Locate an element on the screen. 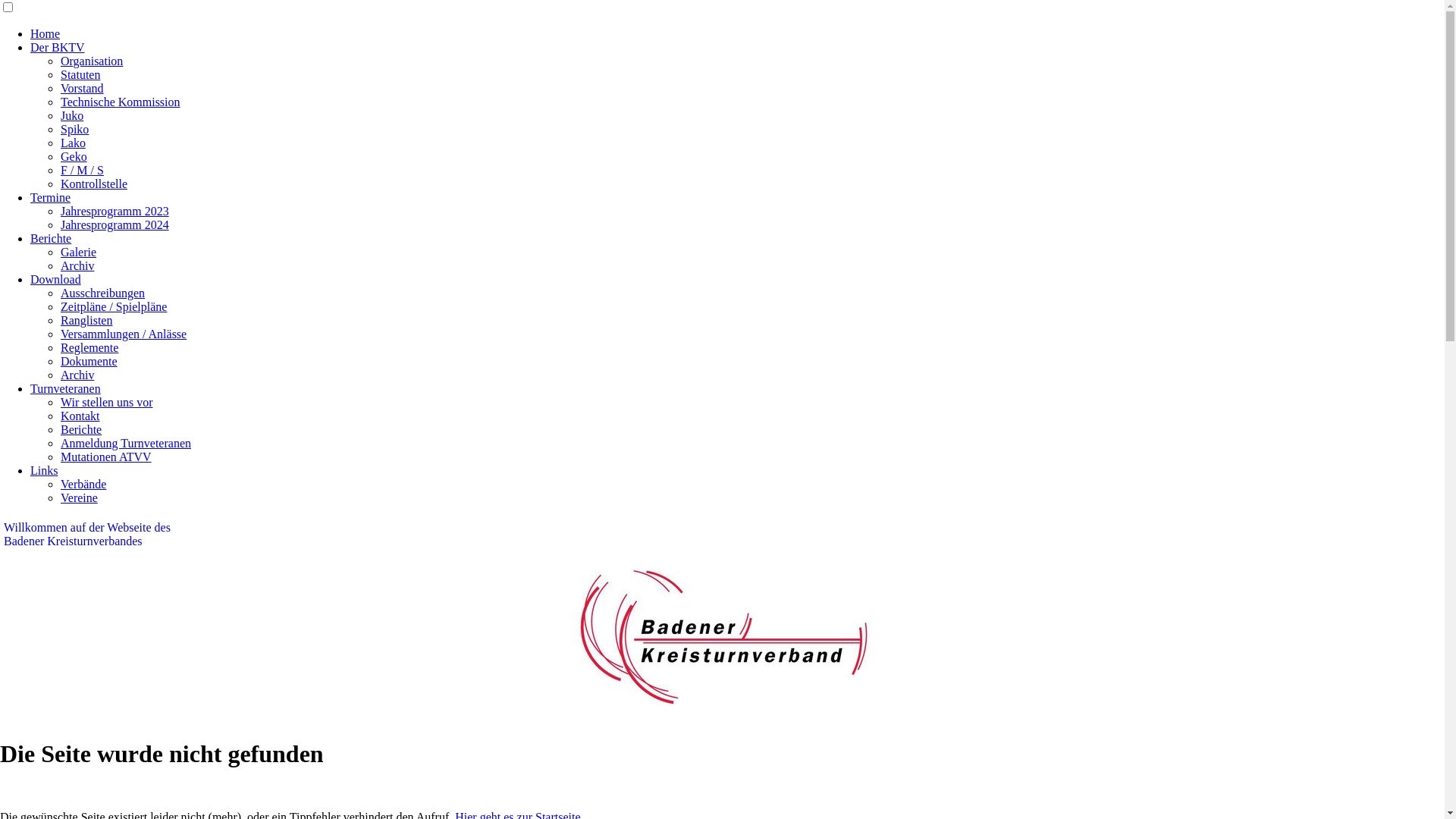 Image resolution: width=1456 pixels, height=819 pixels. 'Organisation' is located at coordinates (90, 60).